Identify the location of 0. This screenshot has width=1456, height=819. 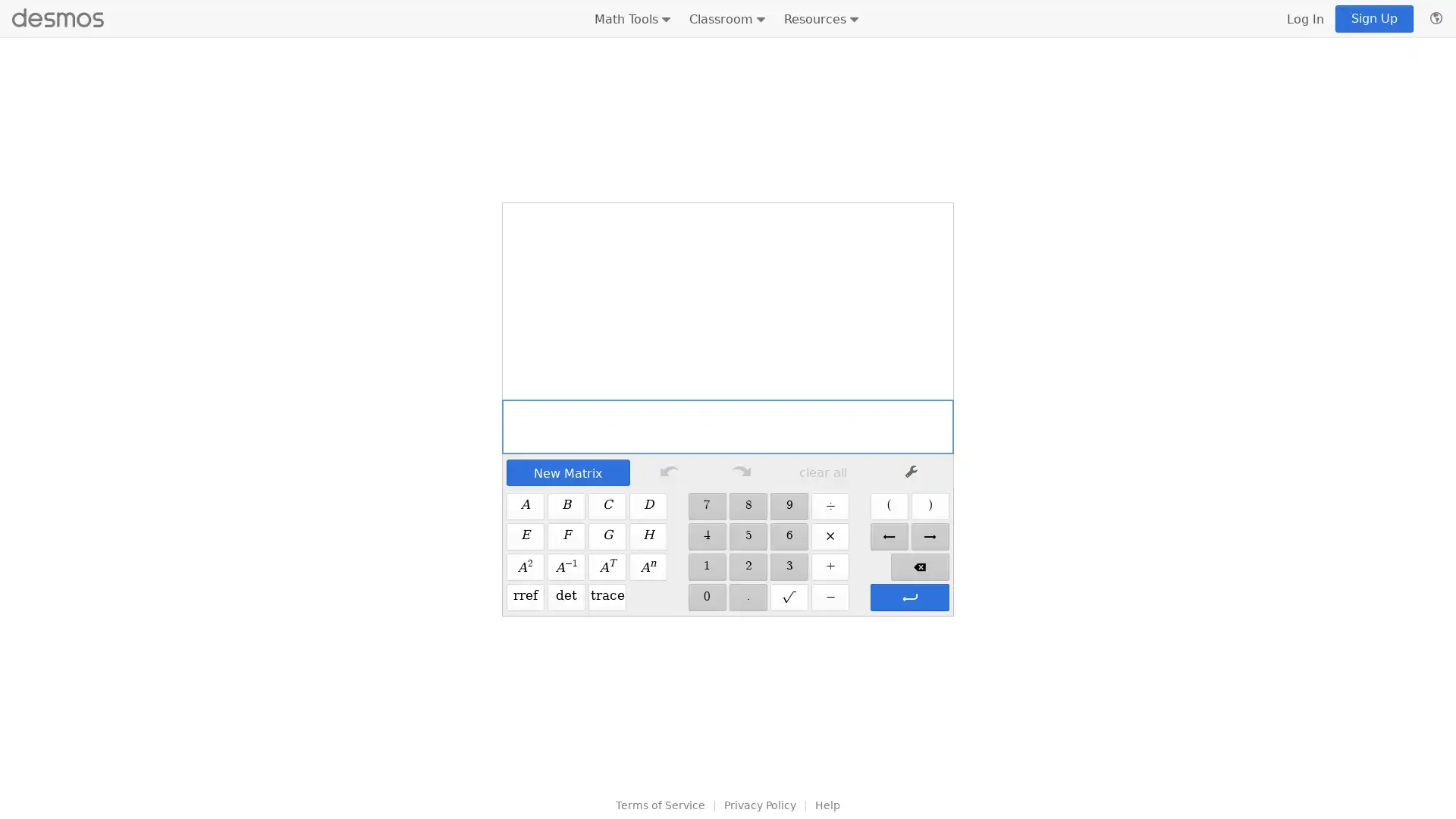
(705, 596).